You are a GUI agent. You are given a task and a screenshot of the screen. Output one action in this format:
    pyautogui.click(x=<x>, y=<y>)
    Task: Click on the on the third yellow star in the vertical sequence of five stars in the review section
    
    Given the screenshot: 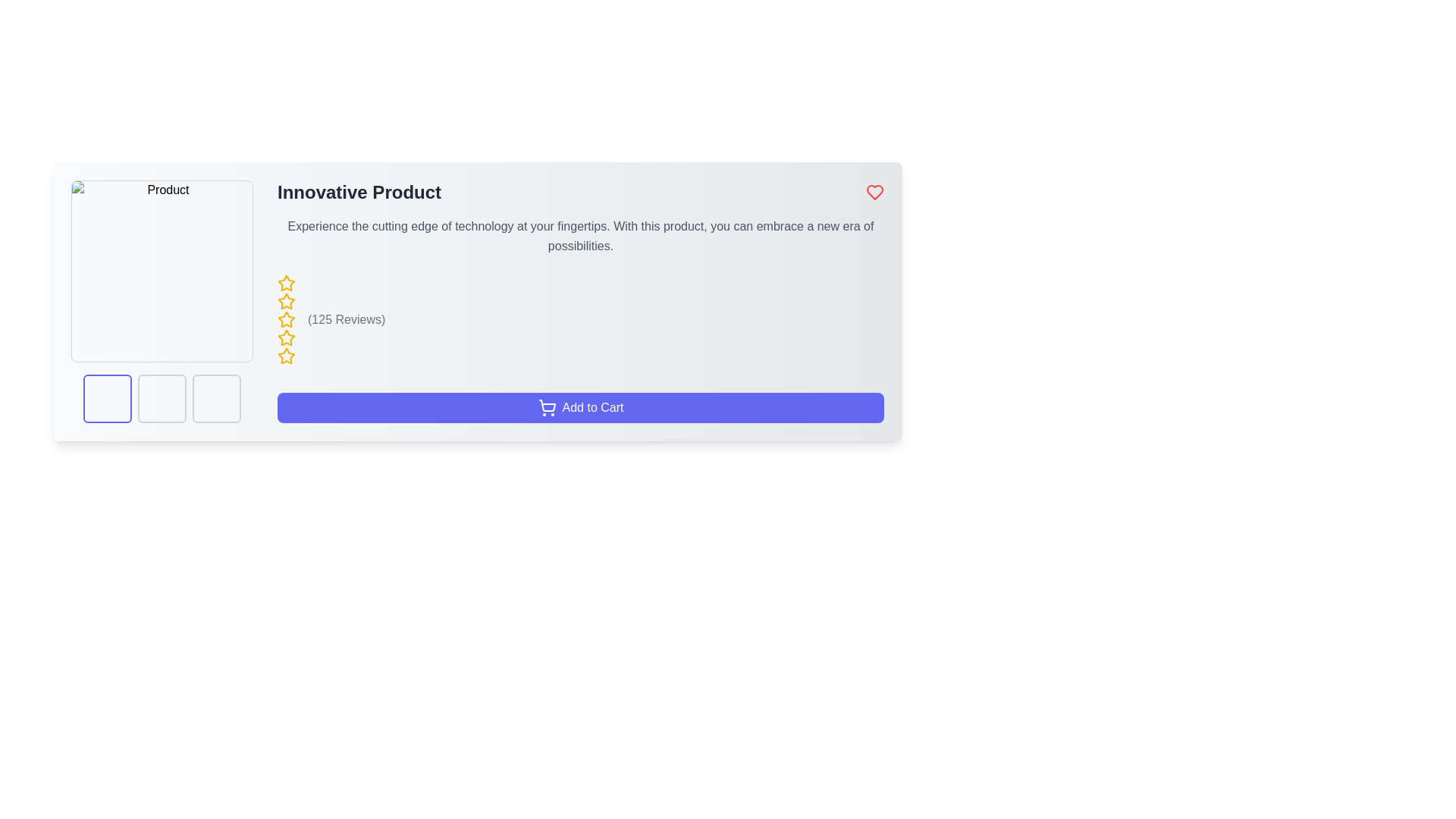 What is the action you would take?
    pyautogui.click(x=287, y=318)
    